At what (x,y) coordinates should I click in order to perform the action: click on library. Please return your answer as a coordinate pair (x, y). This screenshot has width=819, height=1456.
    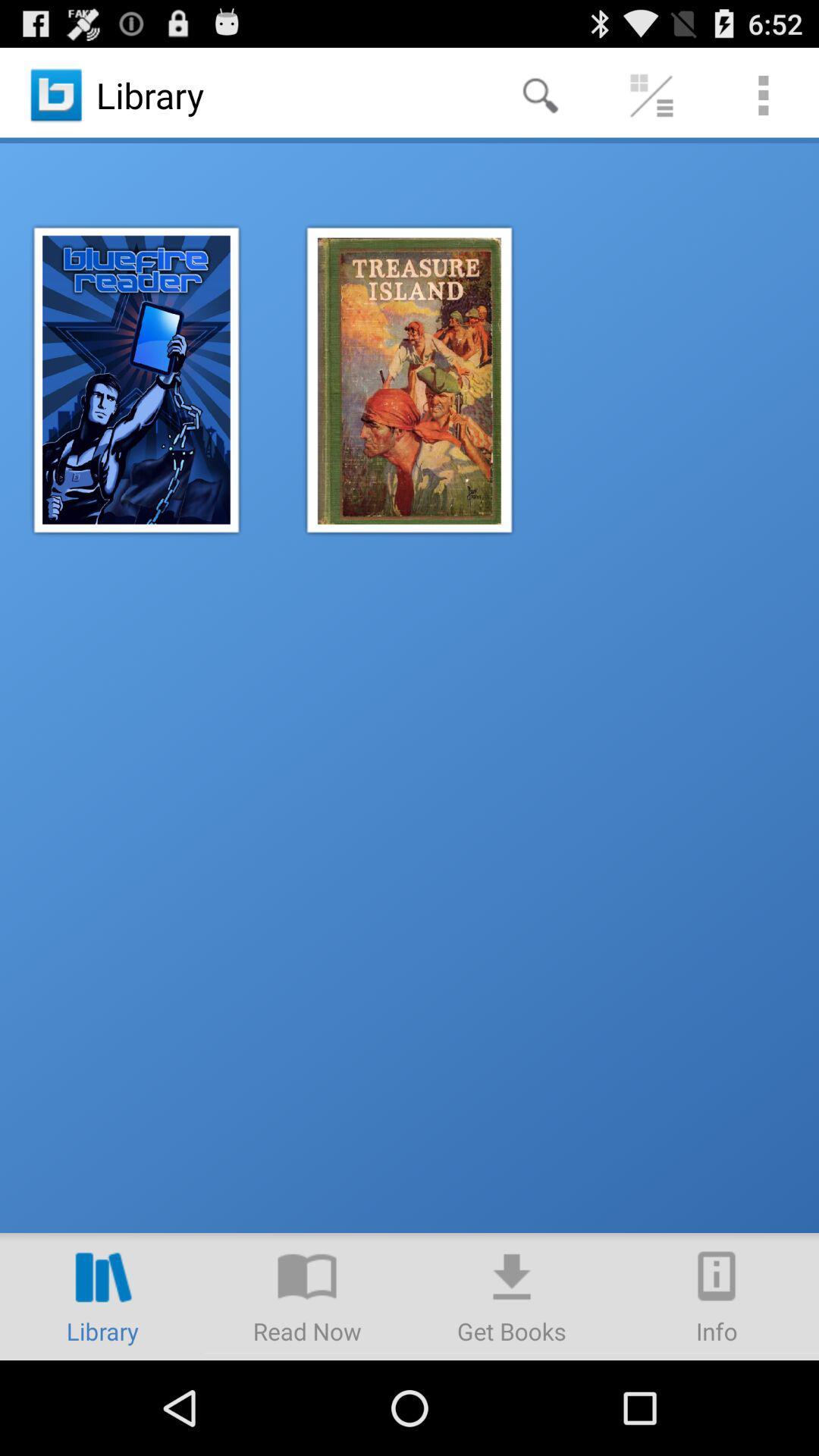
    Looking at the image, I should click on (102, 1295).